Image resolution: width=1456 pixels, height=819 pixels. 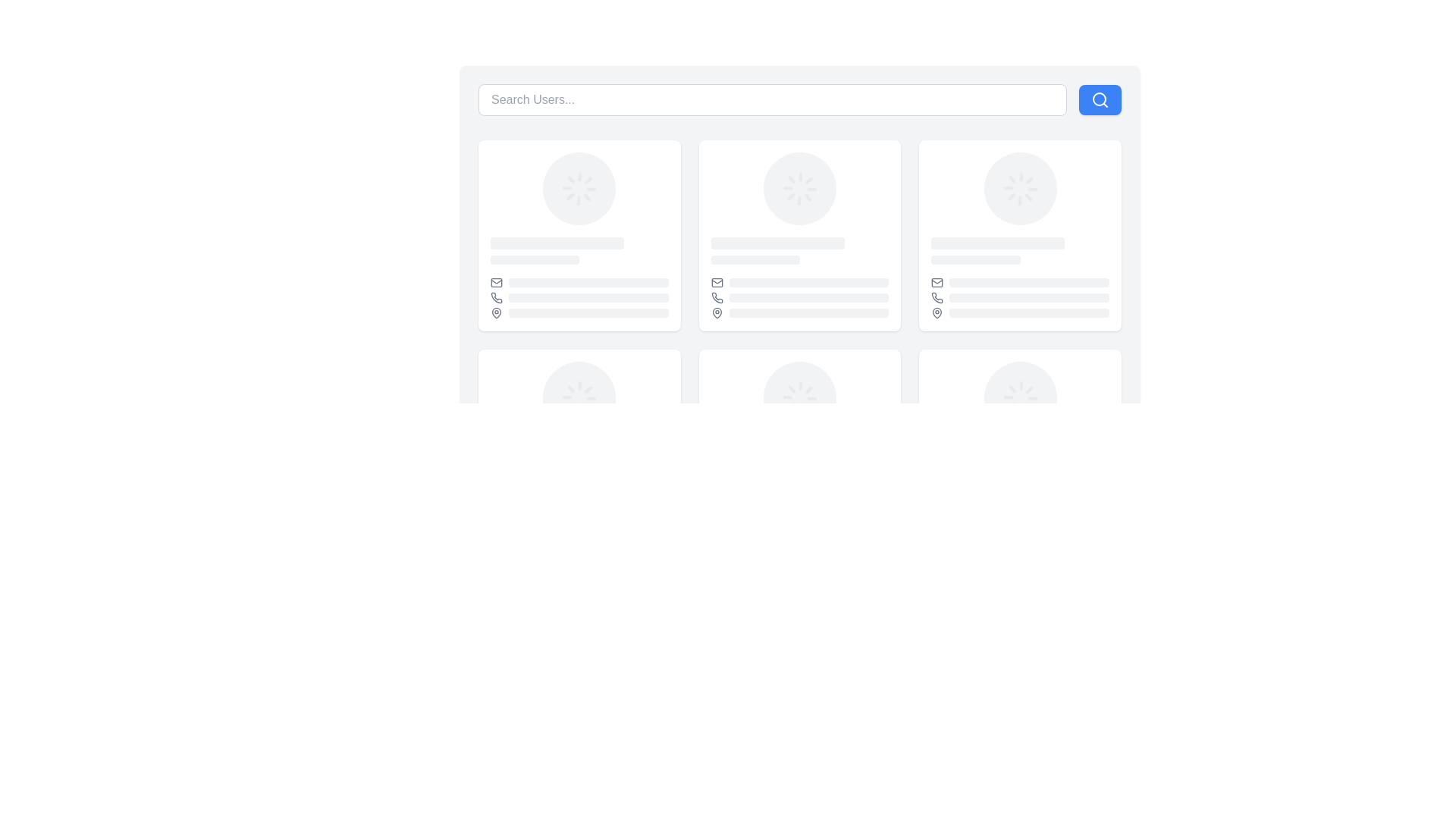 What do you see at coordinates (579, 397) in the screenshot?
I see `the circular loading spinner component located in the center of the card layout, which features a gray background and a spinning animation` at bounding box center [579, 397].